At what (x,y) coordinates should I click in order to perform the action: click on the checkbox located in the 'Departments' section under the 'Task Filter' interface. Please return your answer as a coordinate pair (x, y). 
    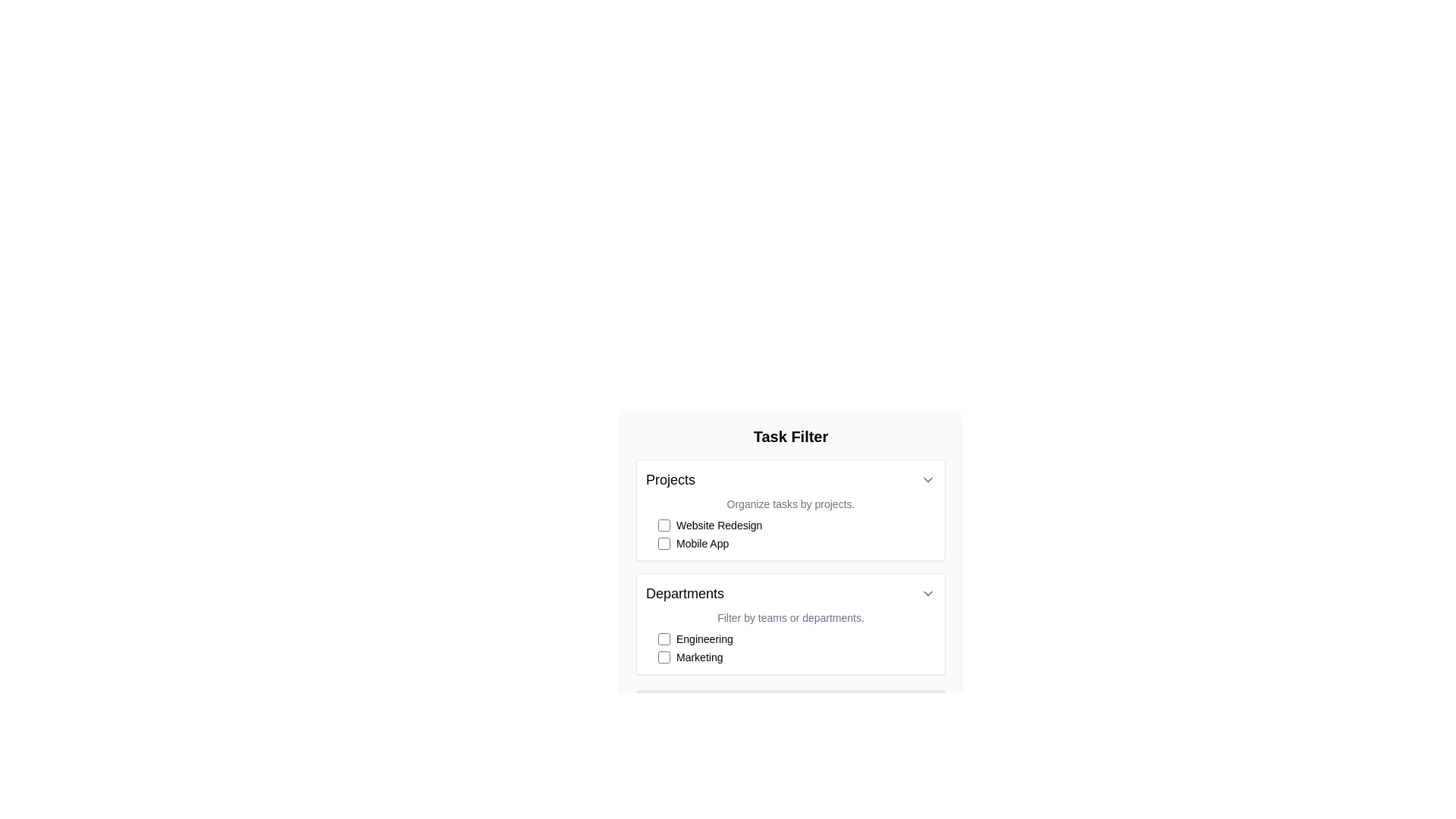
    Looking at the image, I should click on (664, 657).